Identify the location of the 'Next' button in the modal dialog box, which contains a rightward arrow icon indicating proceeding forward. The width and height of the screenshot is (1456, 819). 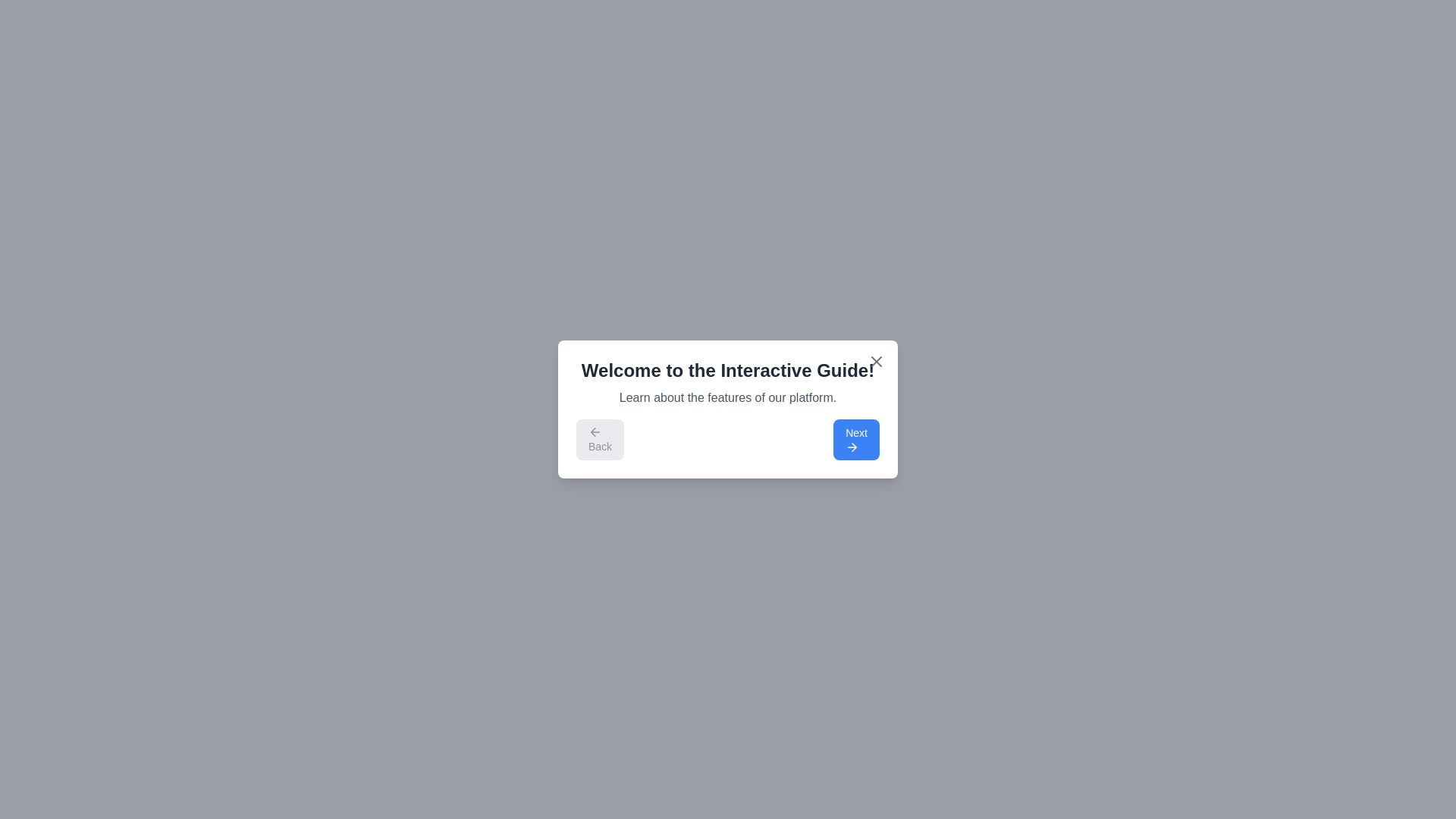
(854, 447).